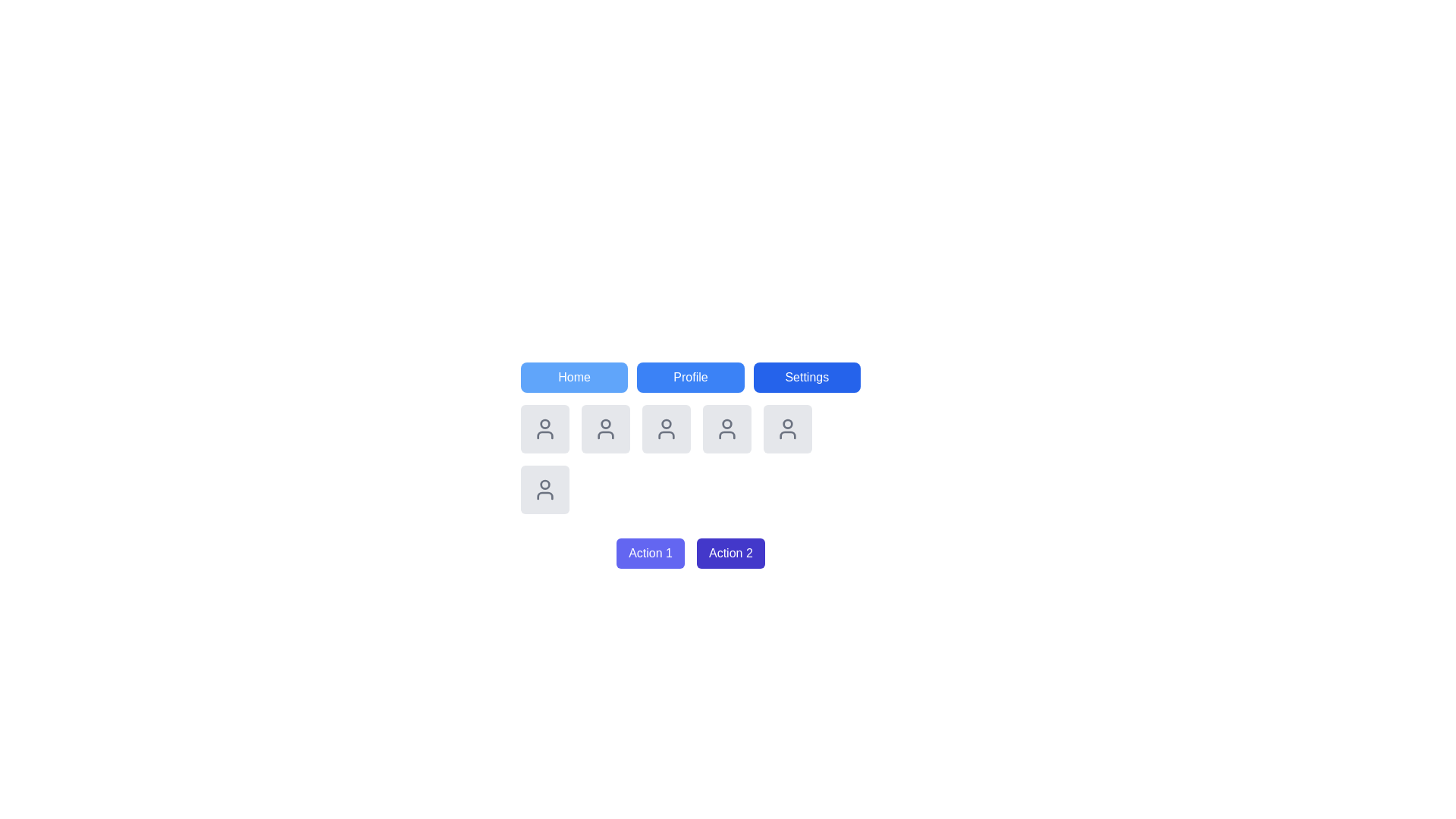 This screenshot has height=819, width=1456. Describe the element at coordinates (604, 429) in the screenshot. I see `the user profile icon button located in the middle row, second item from the left` at that location.